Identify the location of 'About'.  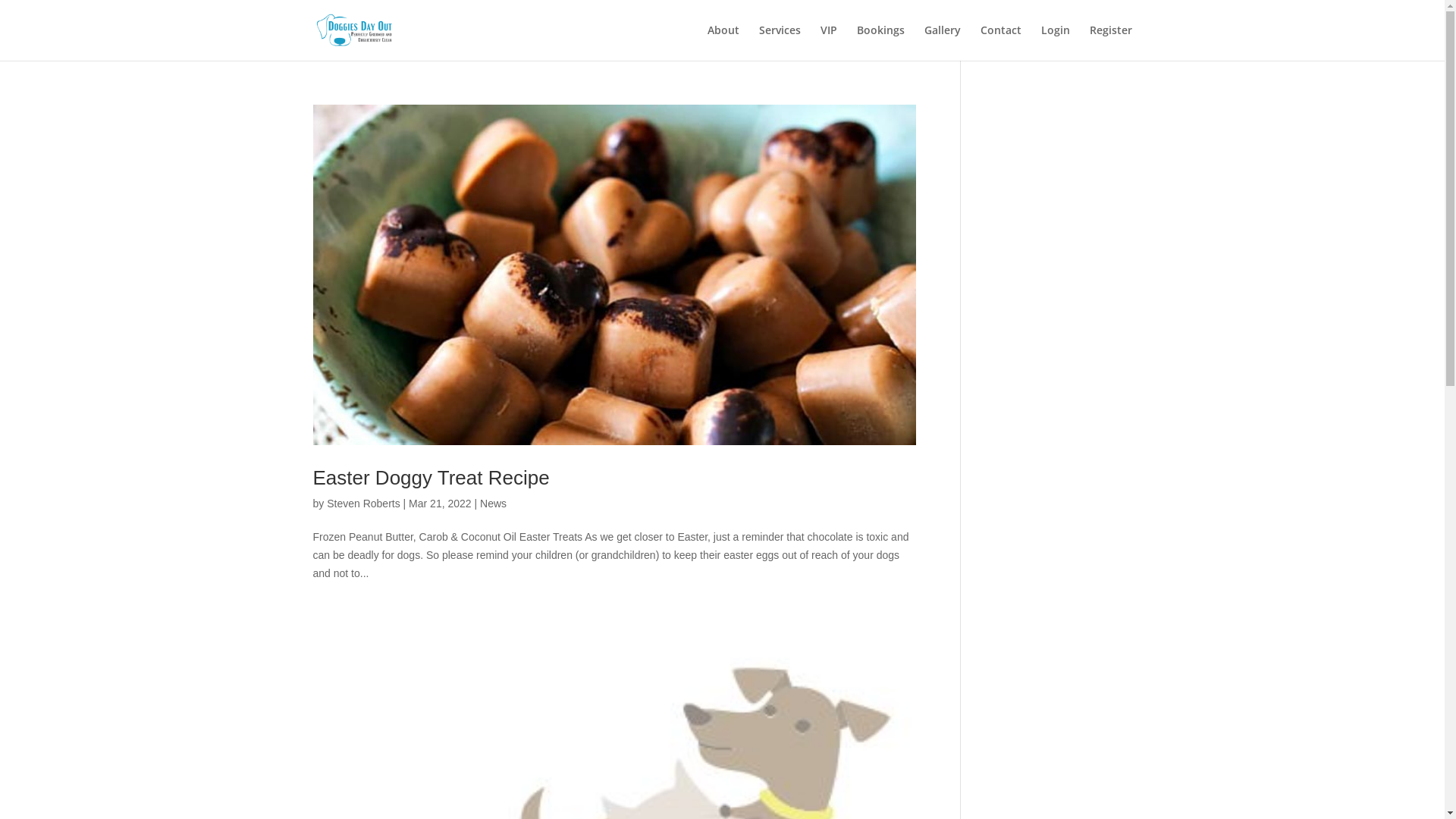
(722, 42).